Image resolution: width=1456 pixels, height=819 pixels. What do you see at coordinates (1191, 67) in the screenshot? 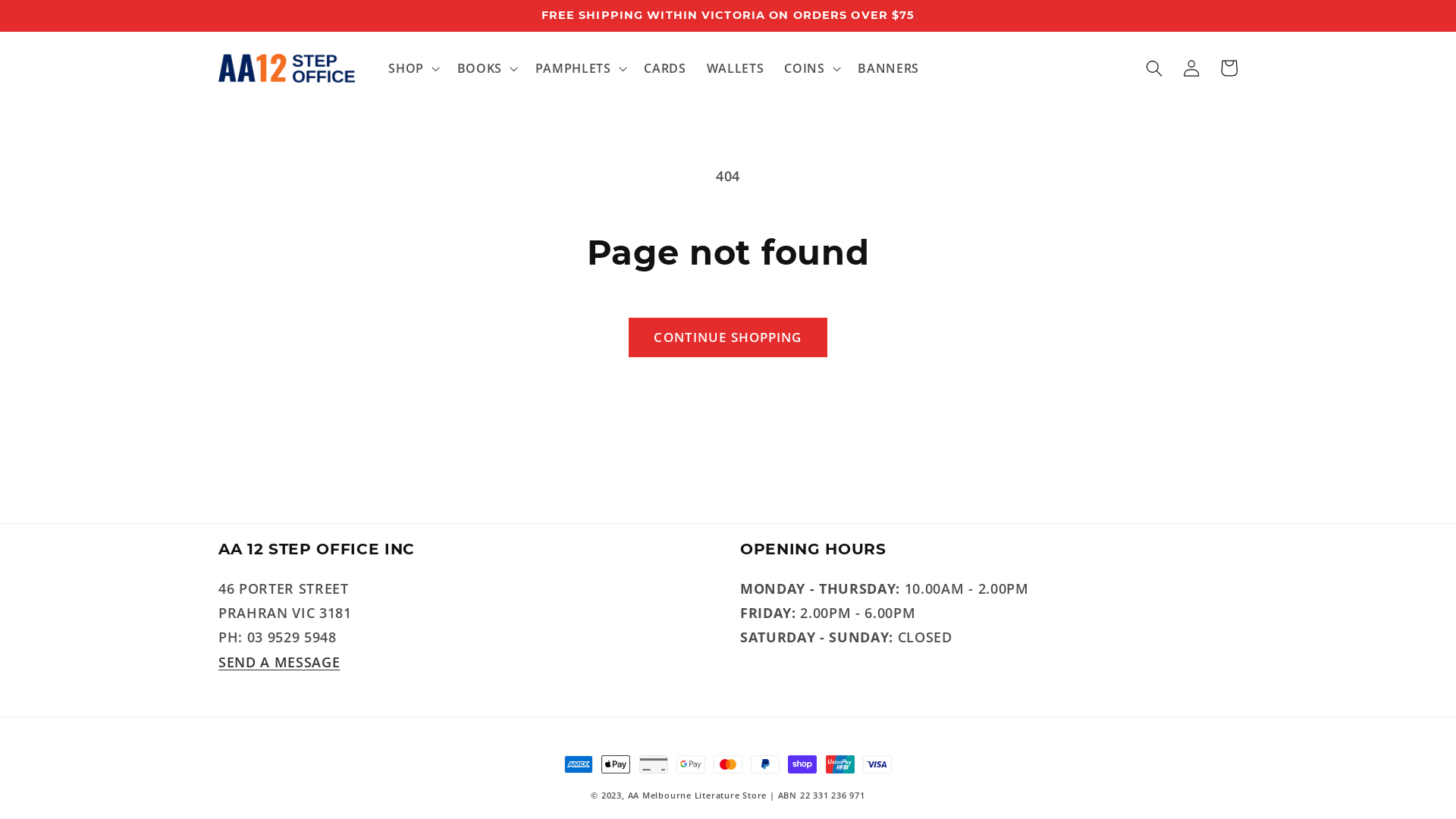
I see `'Log in'` at bounding box center [1191, 67].